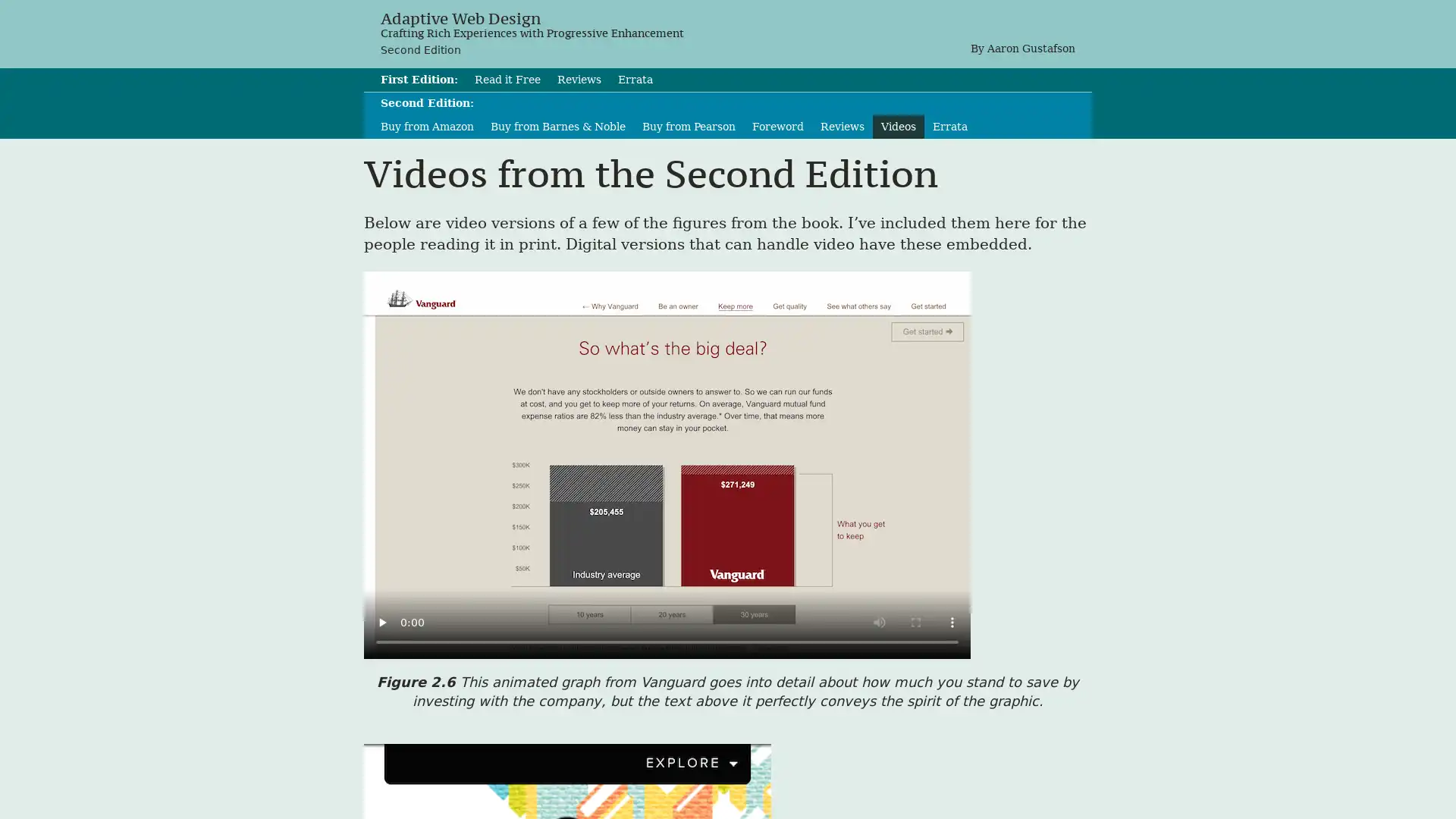  Describe the element at coordinates (915, 622) in the screenshot. I see `enter full screen` at that location.